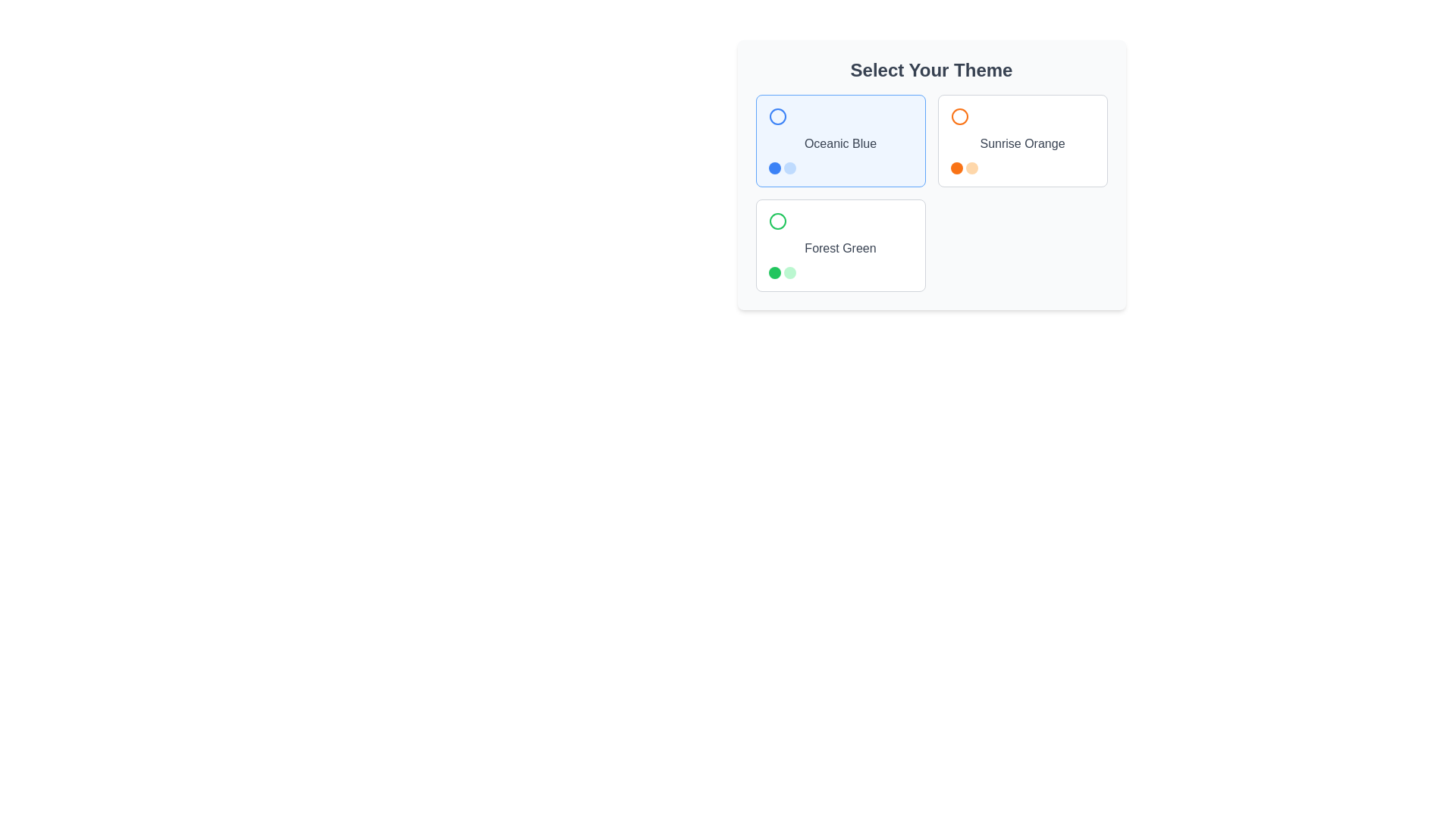 The image size is (1456, 819). I want to click on the 'Forest Green' Selectable Card element, so click(839, 245).